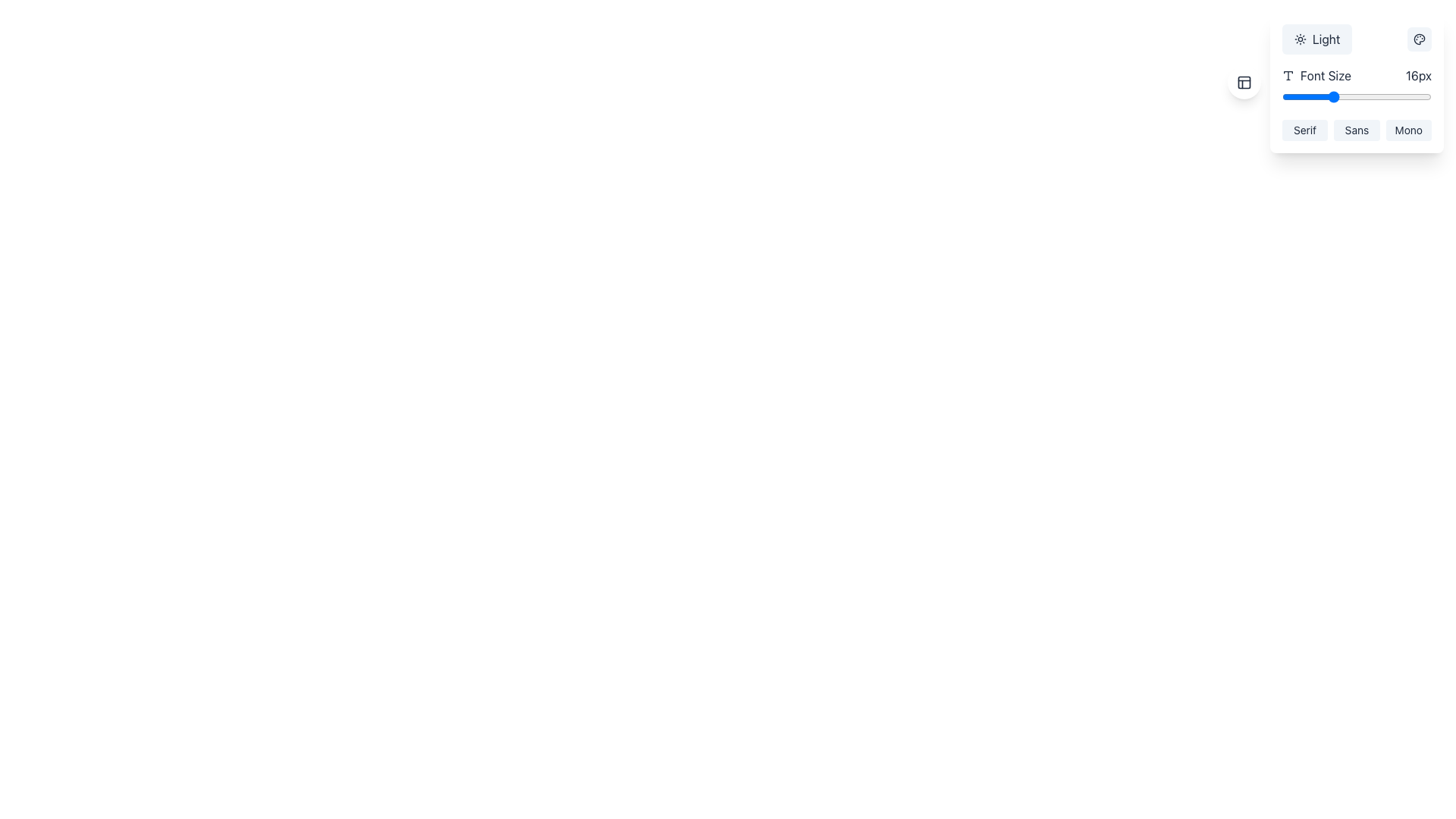 This screenshot has width=1456, height=819. Describe the element at coordinates (1281, 96) in the screenshot. I see `font size` at that location.